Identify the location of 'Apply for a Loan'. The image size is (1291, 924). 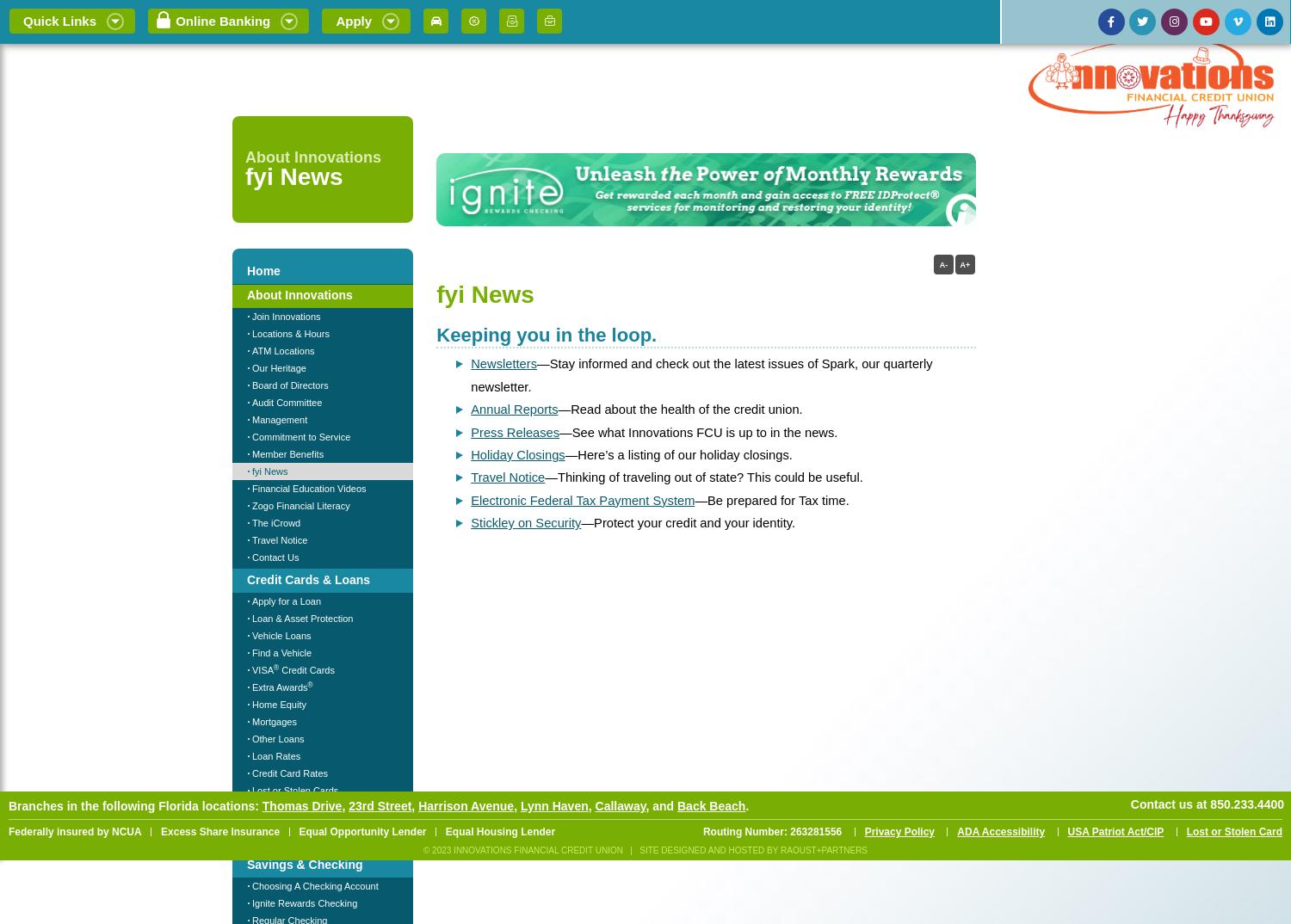
(286, 599).